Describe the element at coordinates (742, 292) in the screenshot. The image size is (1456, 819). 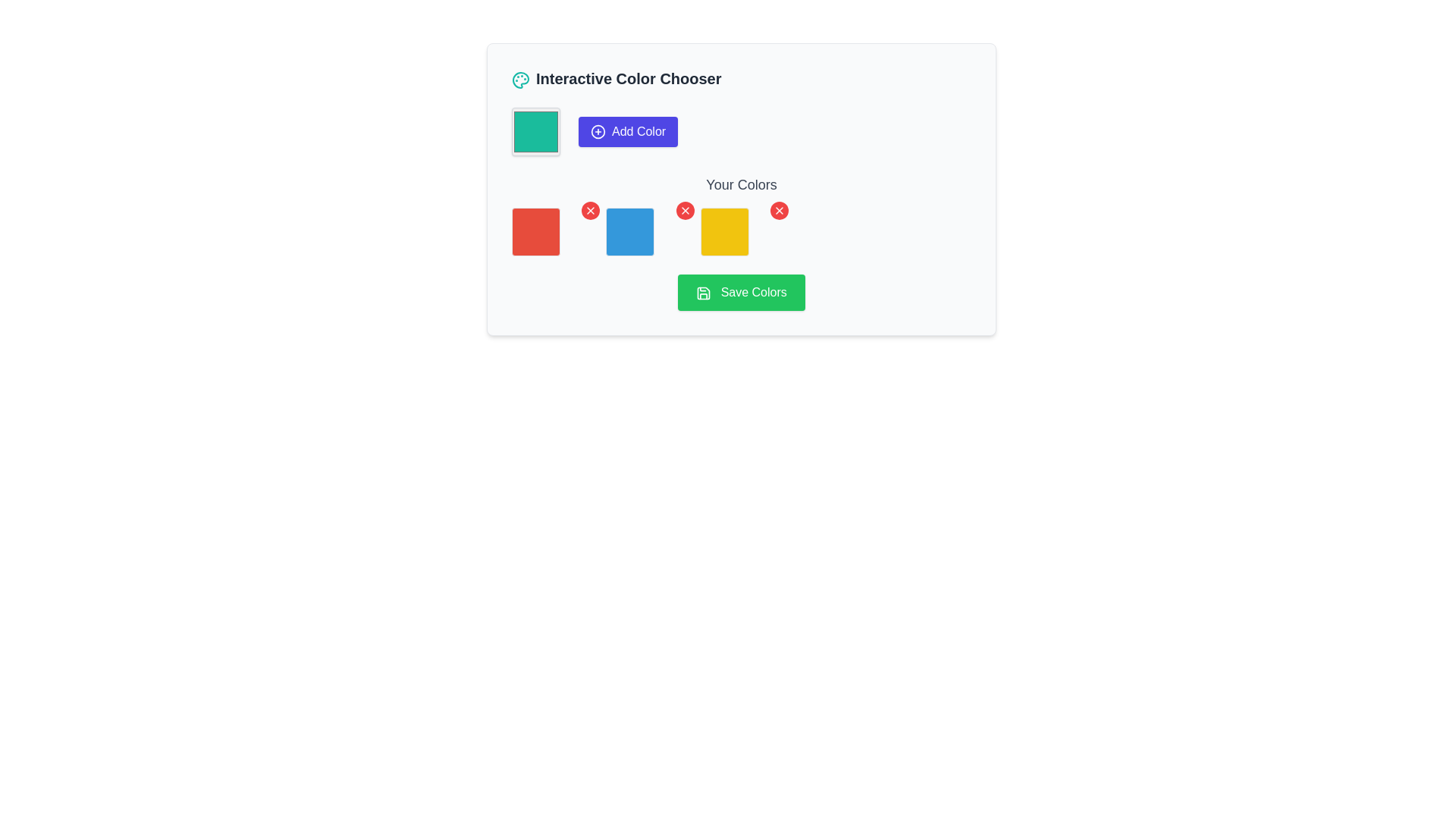
I see `the 'Save Colors' button located at the bottom center of the 'Interactive Color Chooser' section` at that location.